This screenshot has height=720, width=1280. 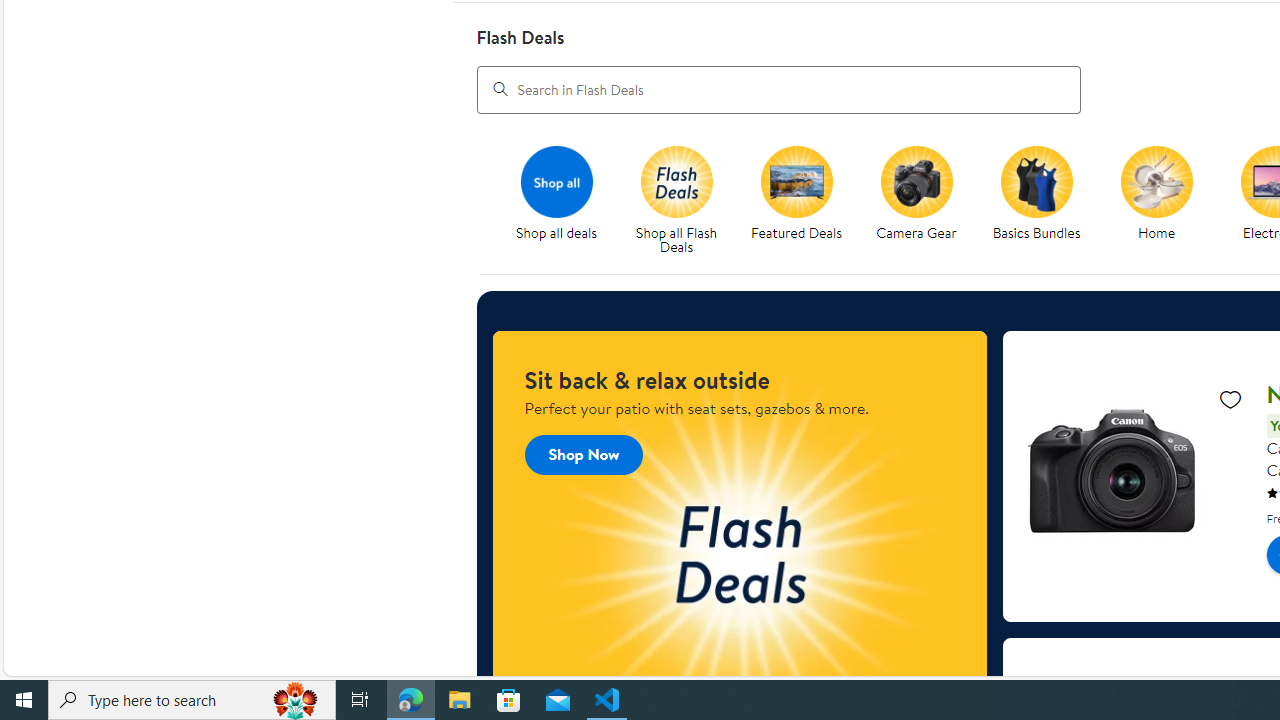 I want to click on 'Basics Bundles', so click(x=1036, y=181).